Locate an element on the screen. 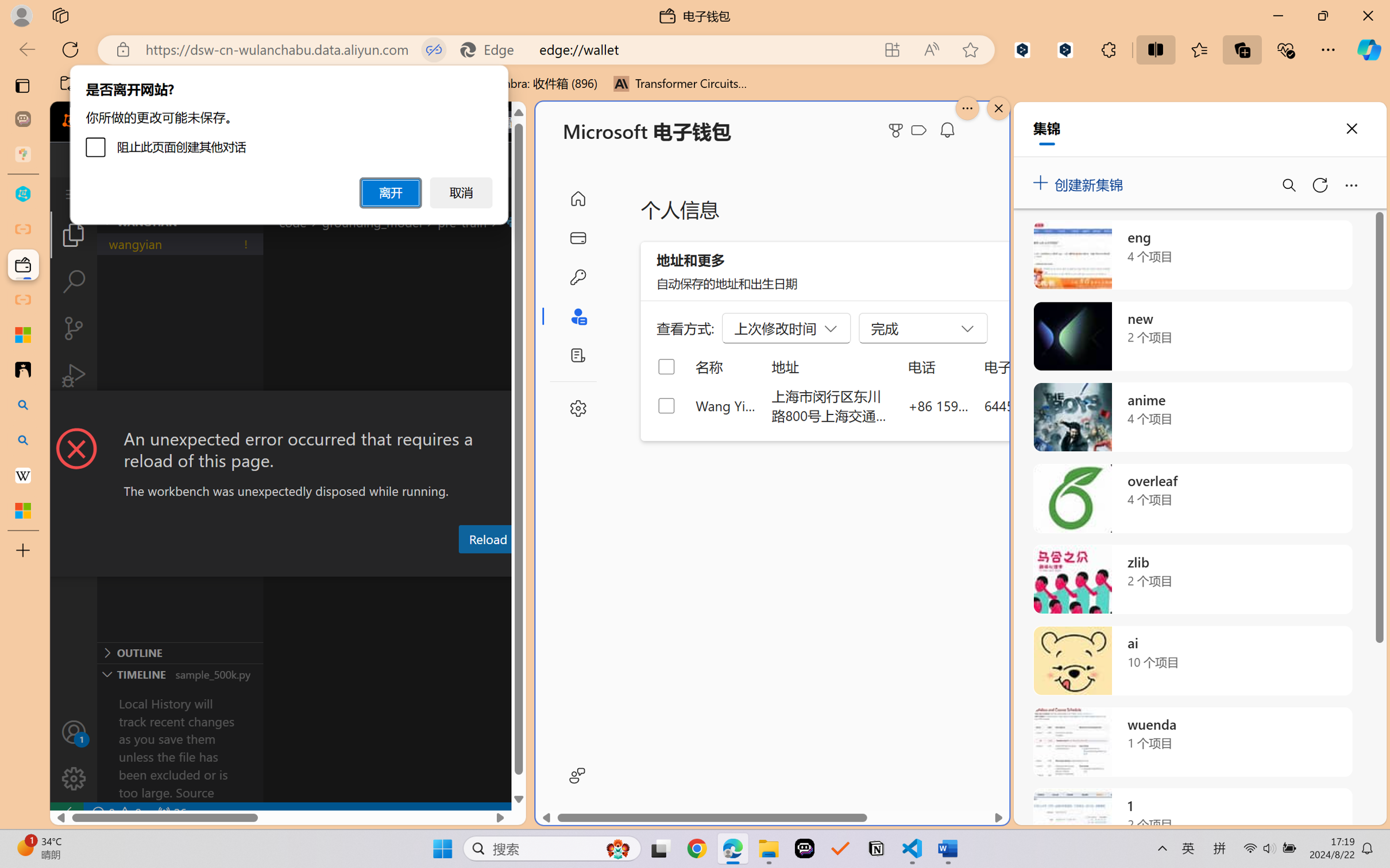  'Microsoft Cashback' is located at coordinates (921, 130).